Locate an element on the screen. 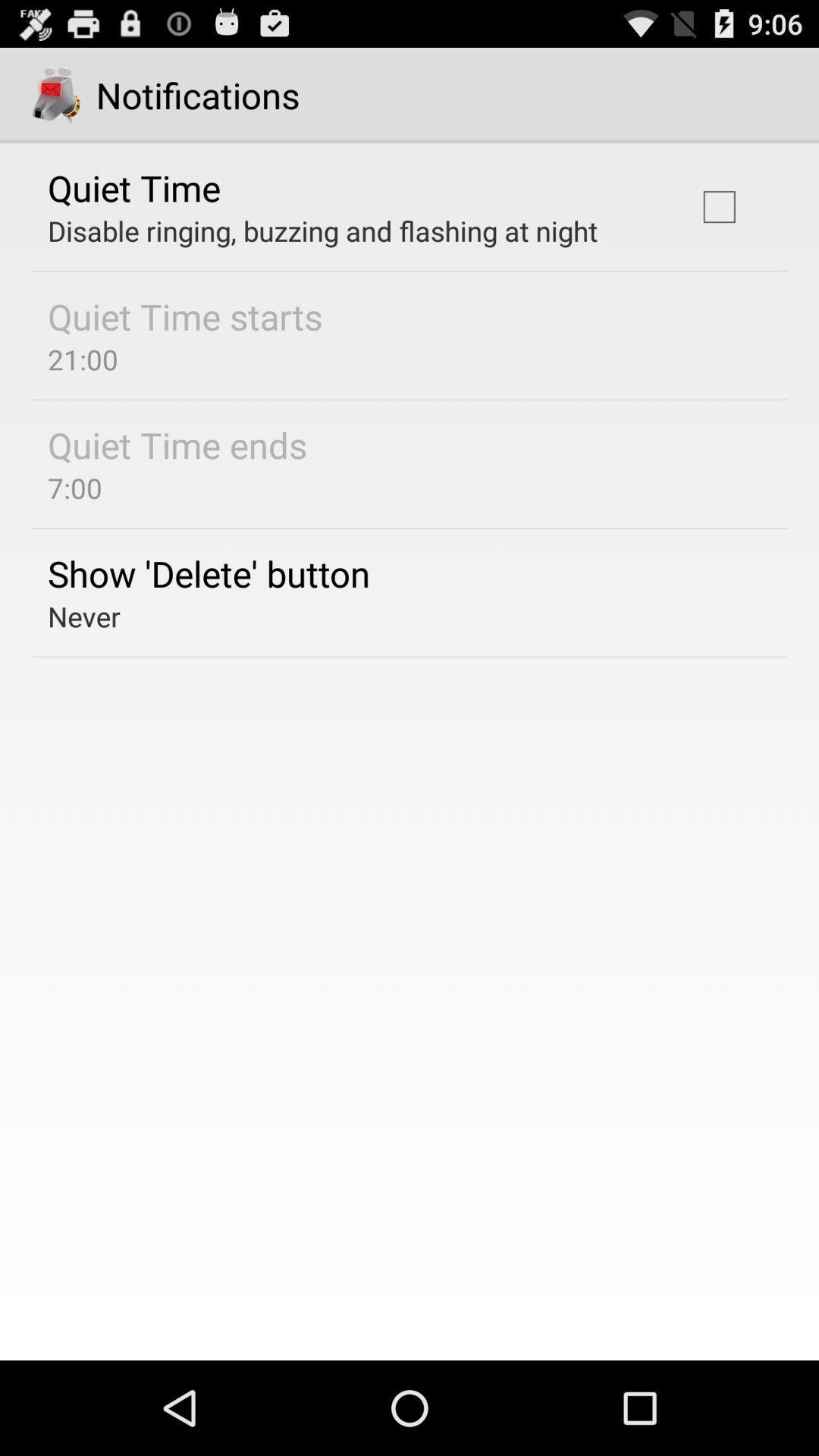  the app above quiet time starts is located at coordinates (322, 230).